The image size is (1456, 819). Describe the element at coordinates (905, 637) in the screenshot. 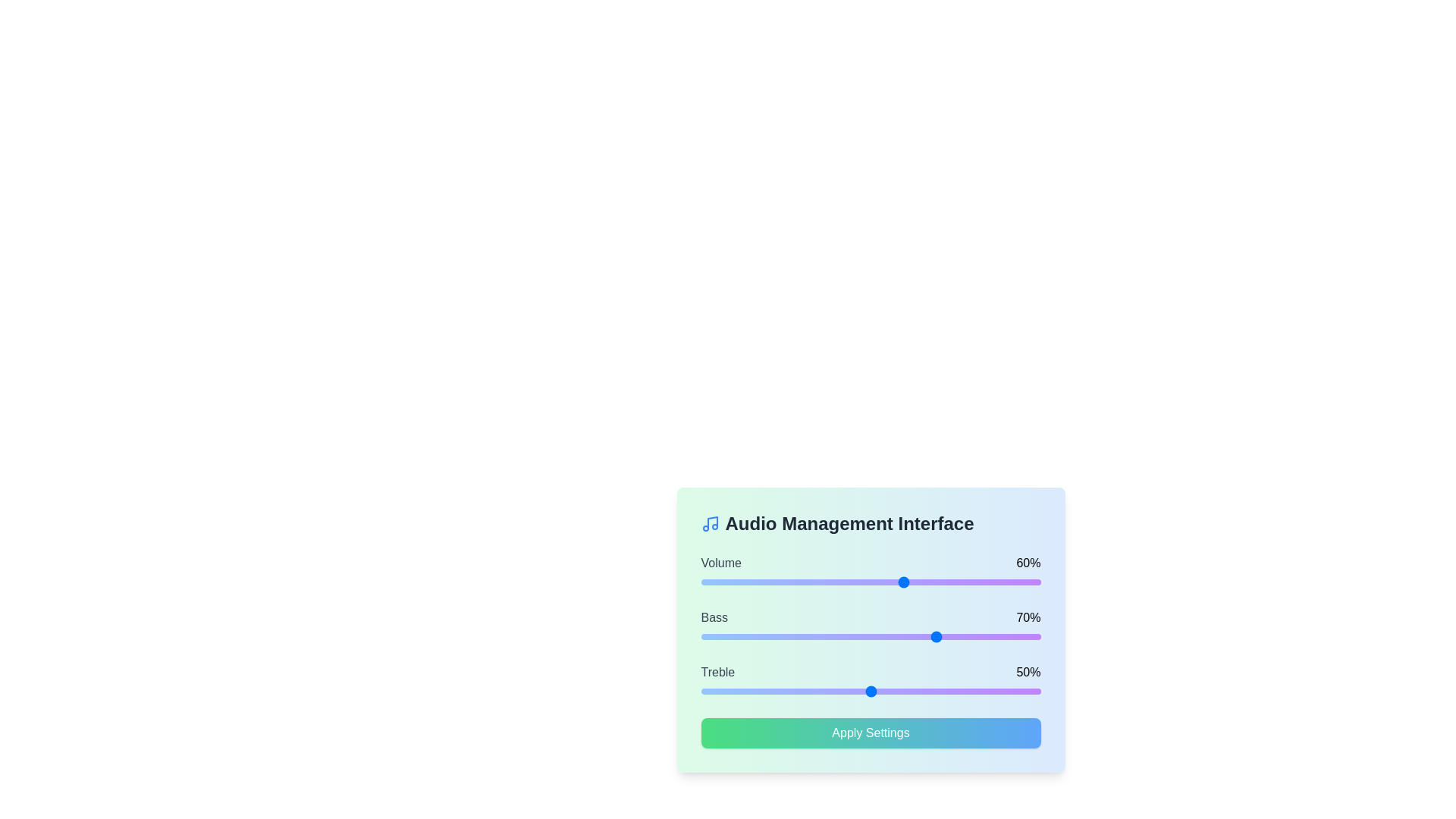

I see `the slider` at that location.